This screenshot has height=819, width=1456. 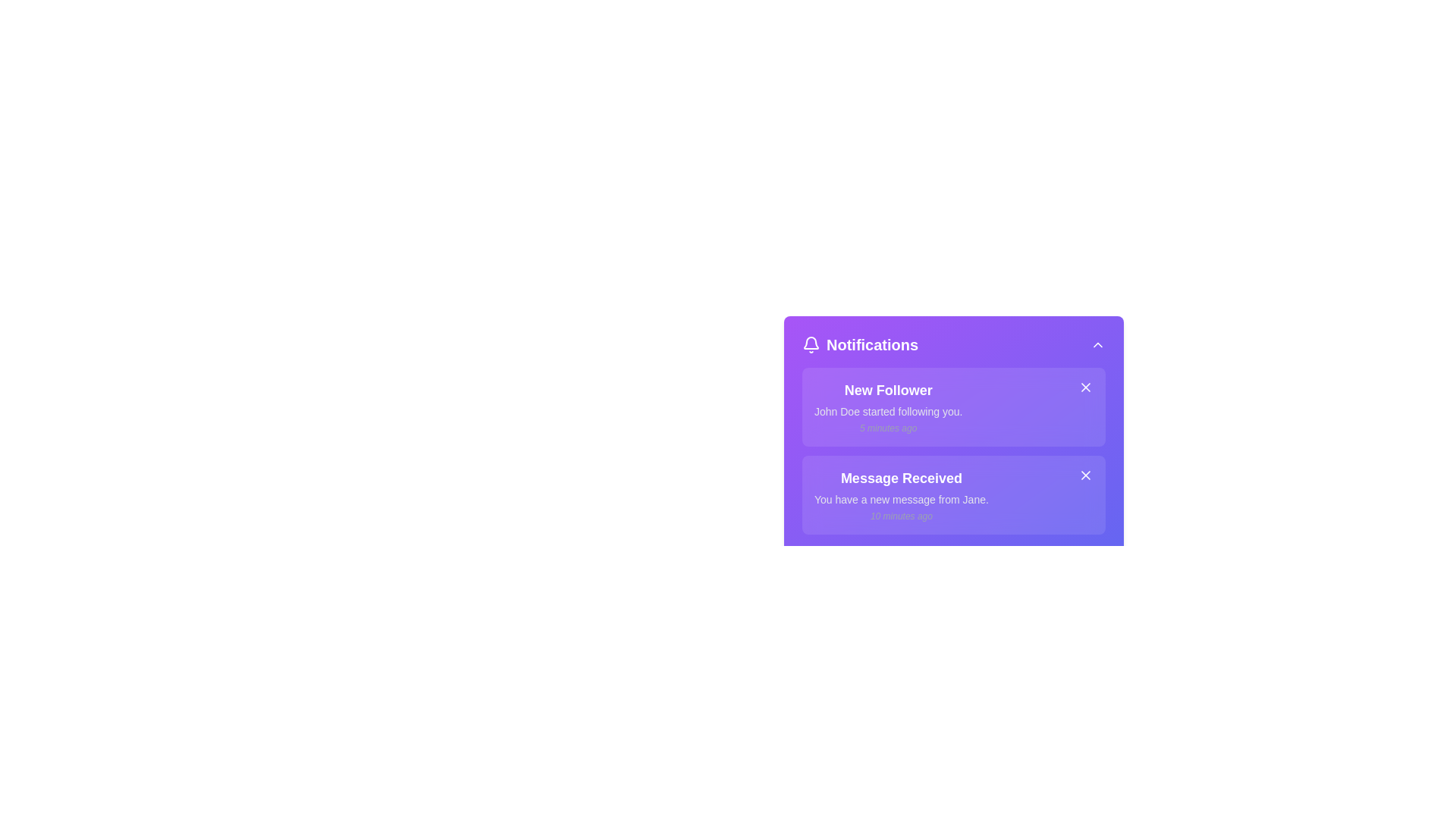 What do you see at coordinates (1084, 386) in the screenshot?
I see `the Close button in the top-right corner of the first notification card` at bounding box center [1084, 386].